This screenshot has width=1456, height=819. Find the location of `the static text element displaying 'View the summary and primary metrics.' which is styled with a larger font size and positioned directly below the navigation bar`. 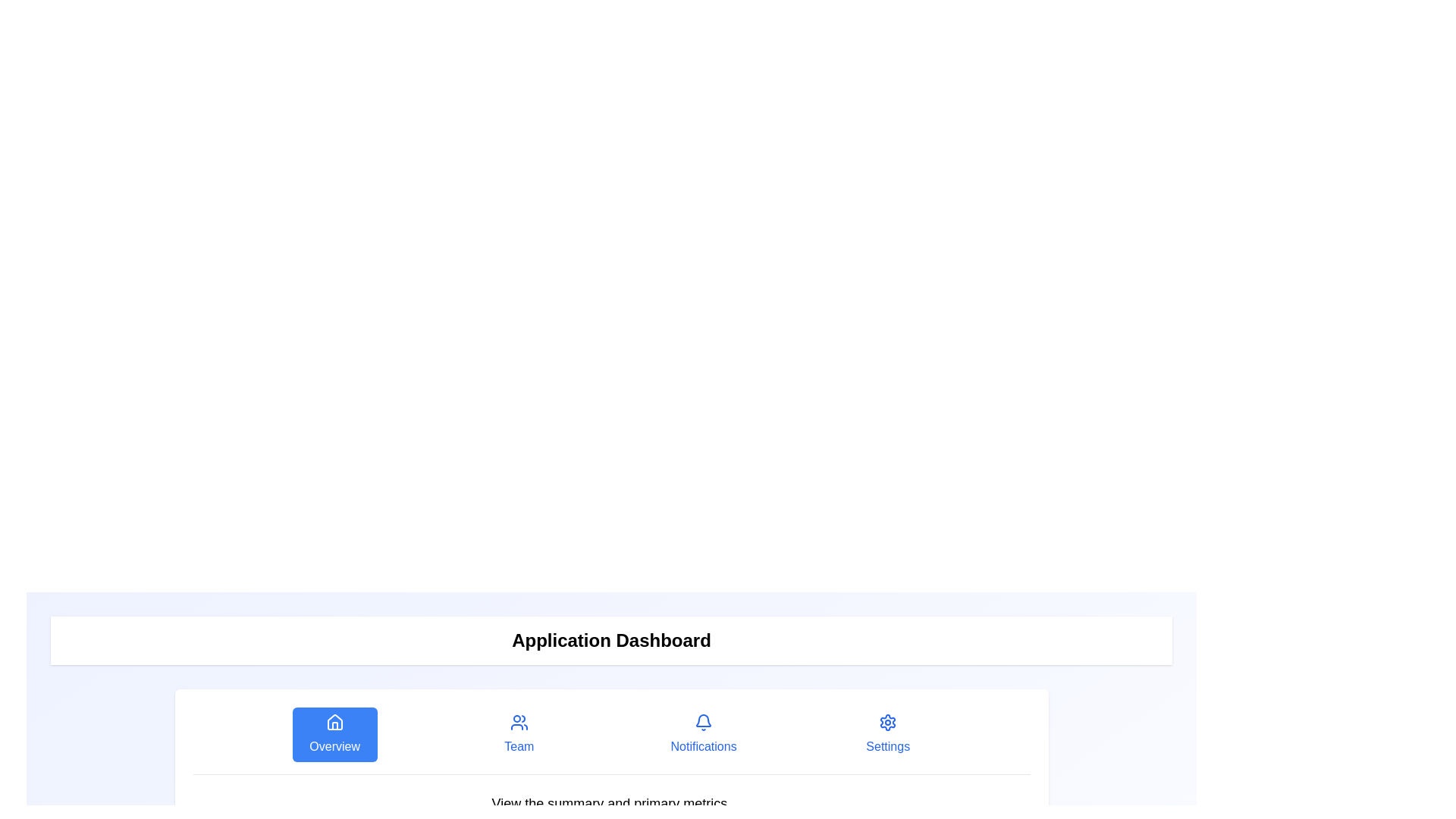

the static text element displaying 'View the summary and primary metrics.' which is styled with a larger font size and positioned directly below the navigation bar is located at coordinates (611, 803).